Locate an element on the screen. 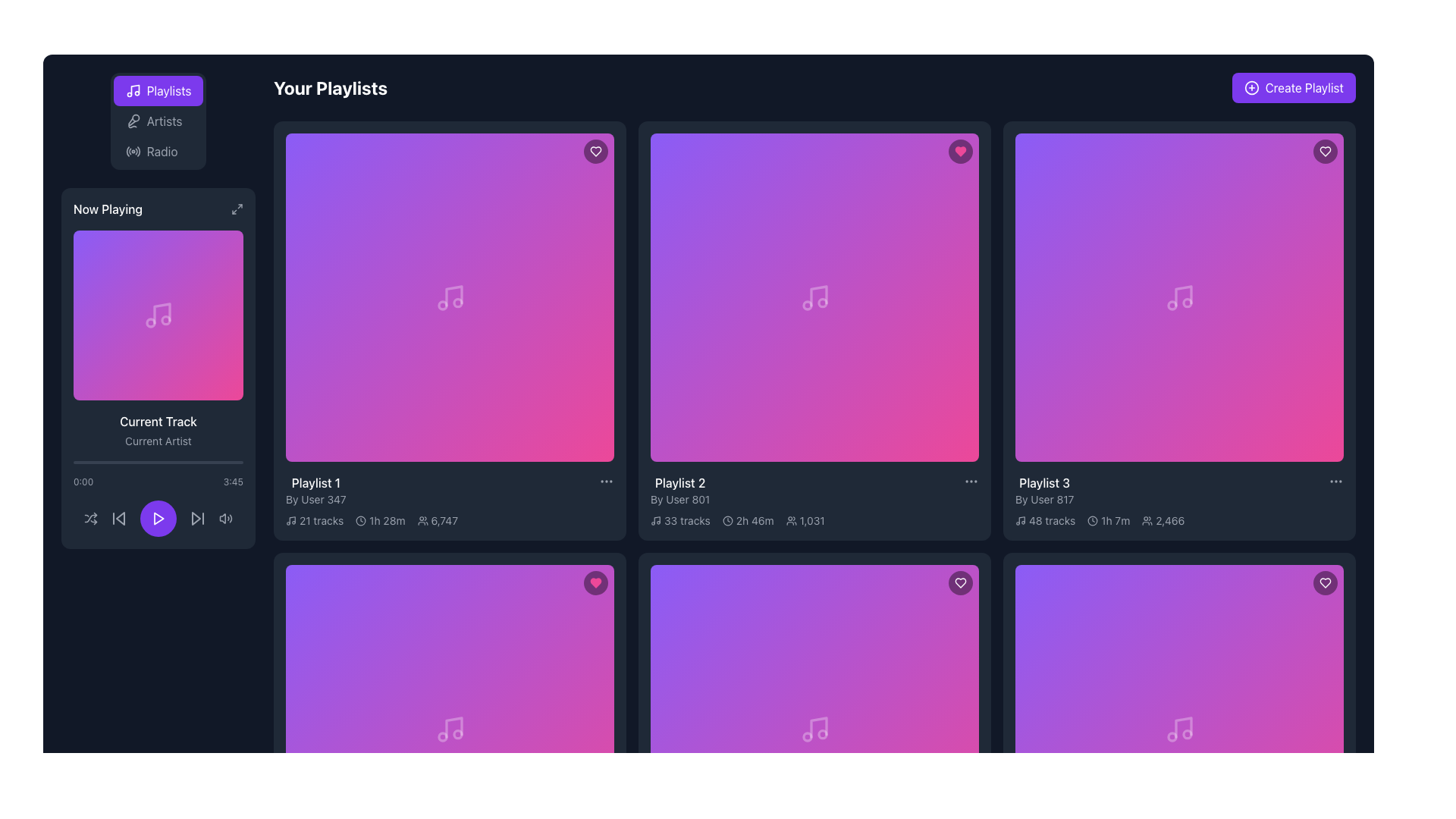 The height and width of the screenshot is (819, 1456). the triangular 'play' icon located at the center of the thumbnail image for 'Playlist 1' is located at coordinates (450, 297).